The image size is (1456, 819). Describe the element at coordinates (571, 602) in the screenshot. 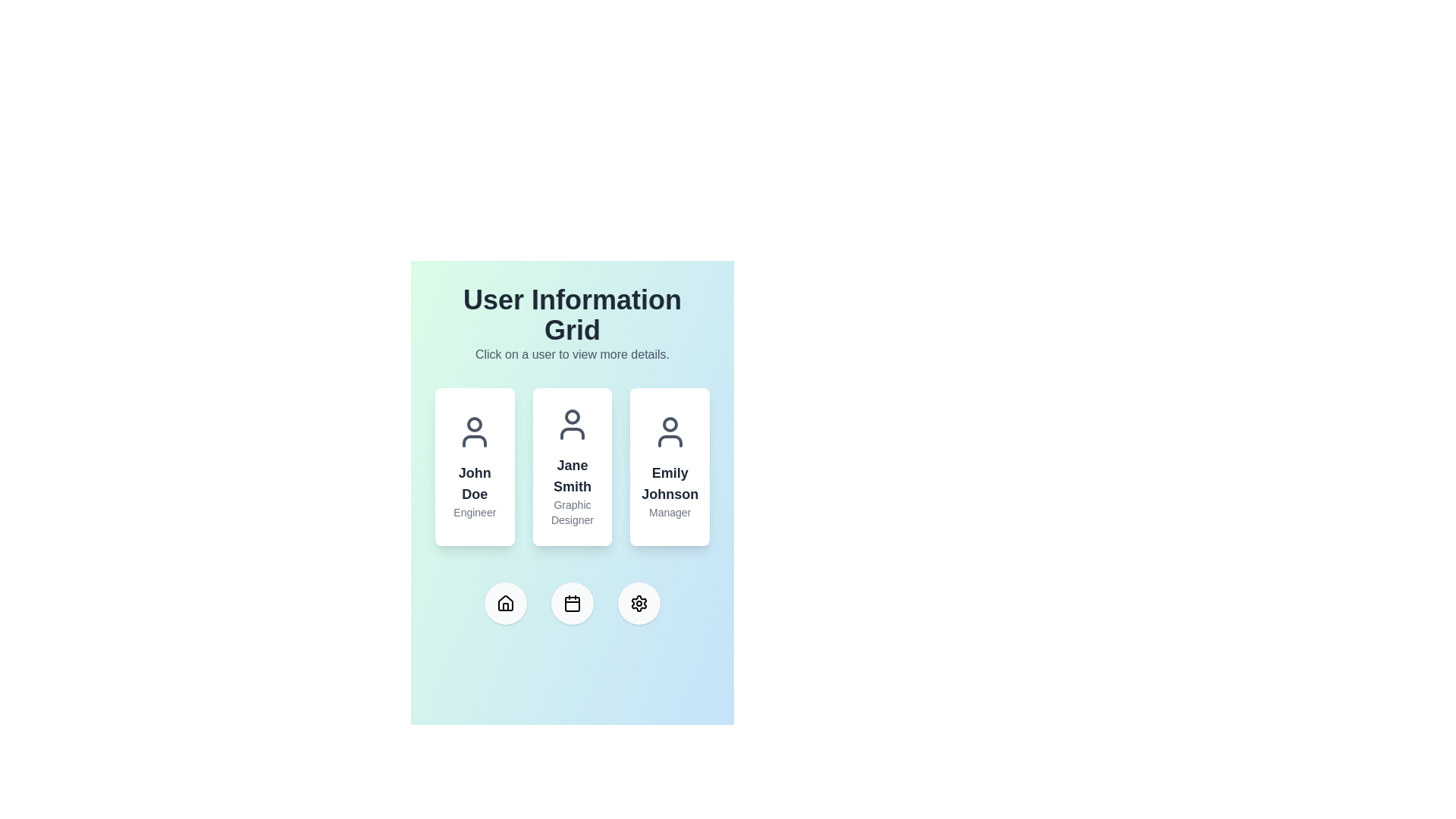

I see `the calendar icon, which is a black outlined icon within a light gray rounded button, positioned centrally among three buttons at the bottom of the interface` at that location.